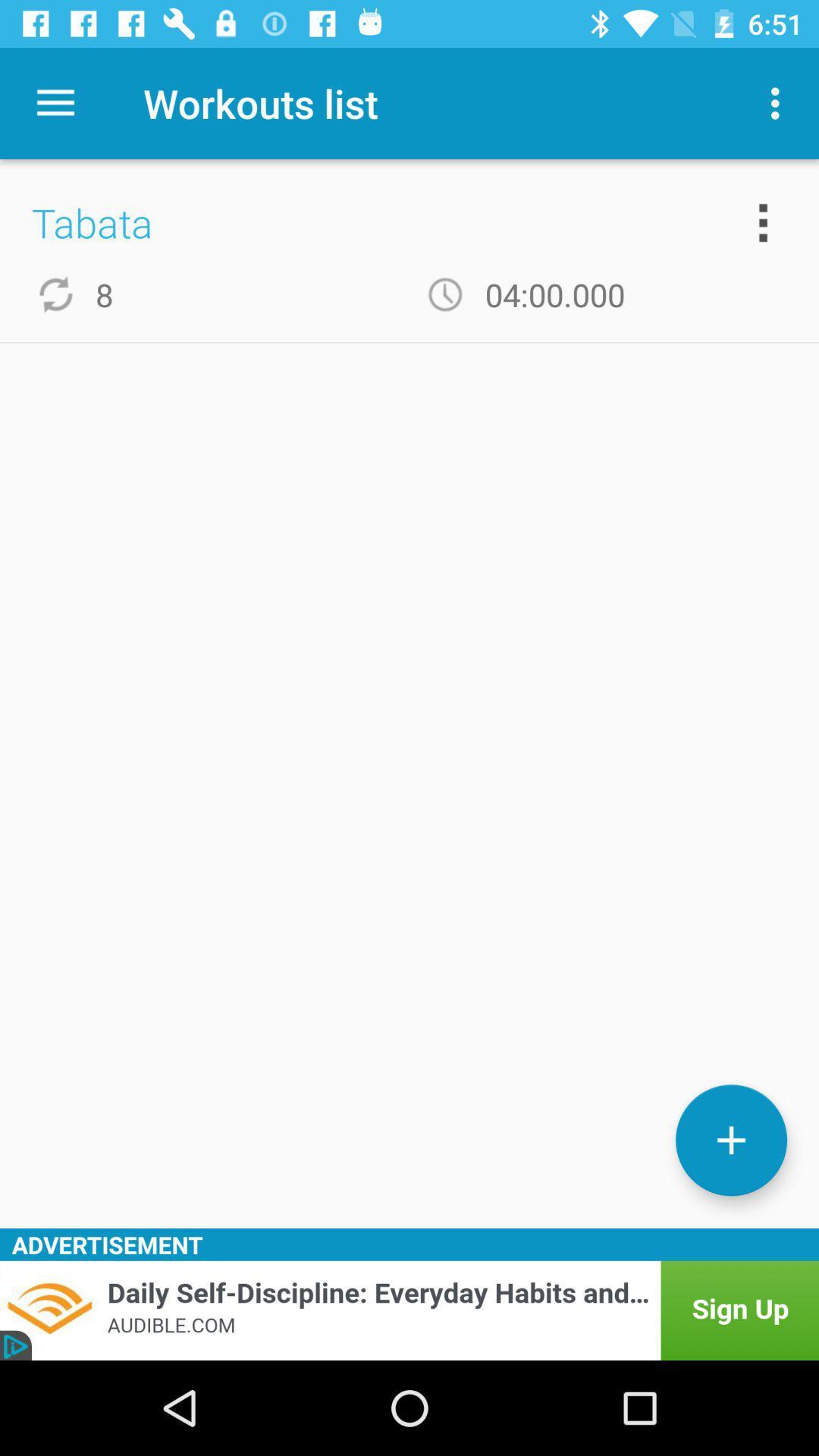 Image resolution: width=819 pixels, height=1456 pixels. Describe the element at coordinates (730, 1140) in the screenshot. I see `button` at that location.